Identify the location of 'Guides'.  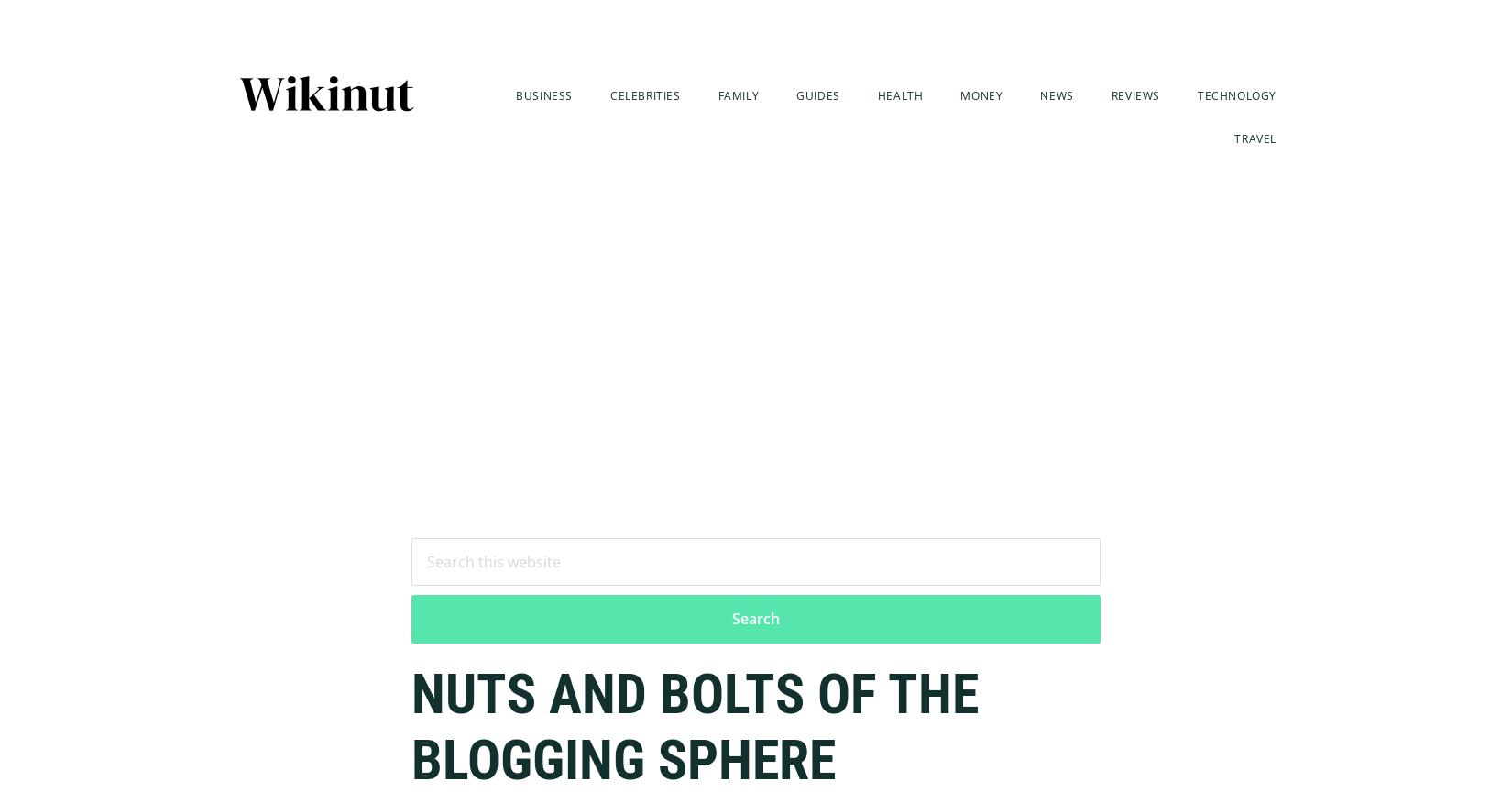
(817, 94).